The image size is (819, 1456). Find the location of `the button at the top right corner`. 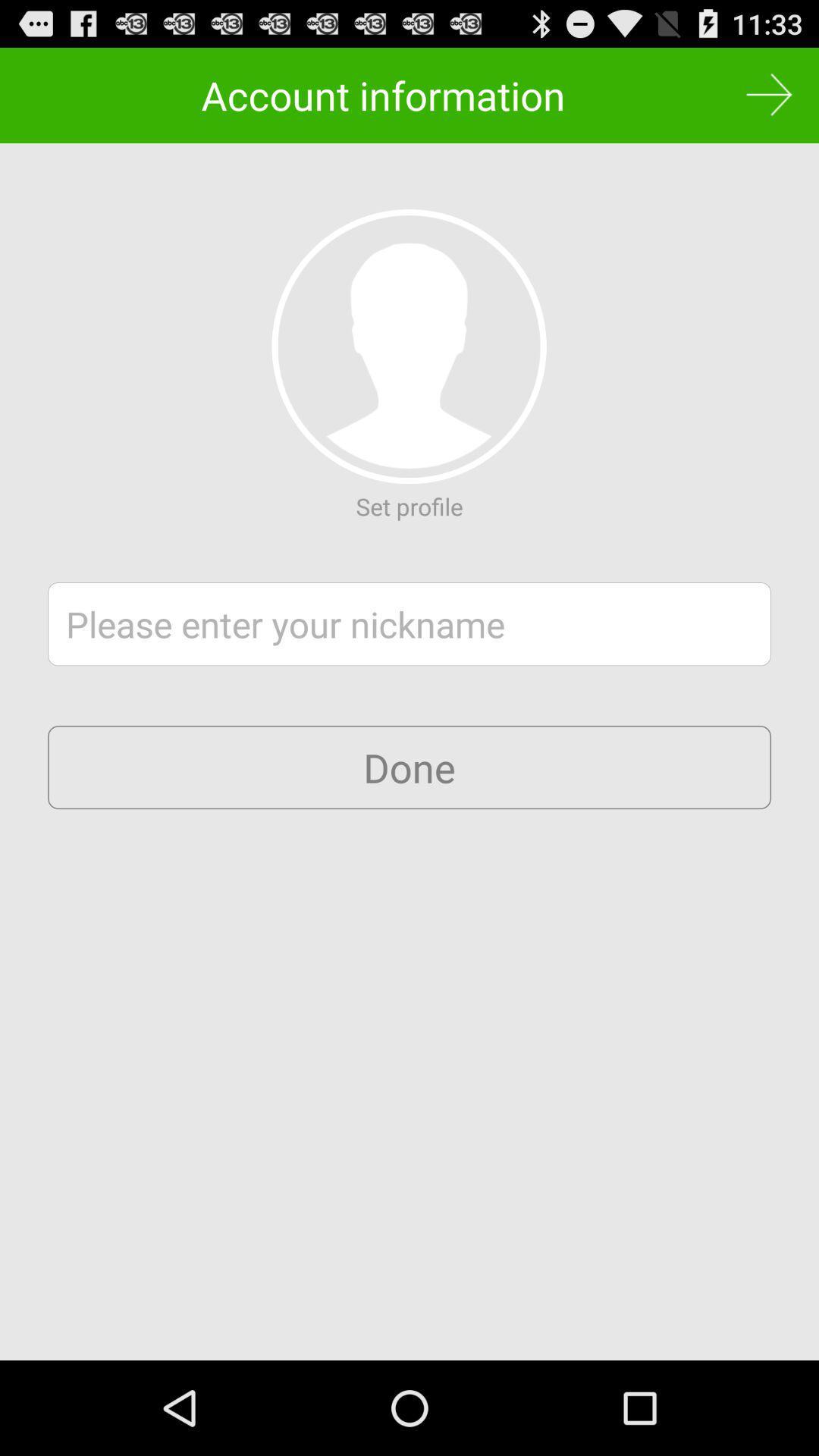

the button at the top right corner is located at coordinates (769, 94).